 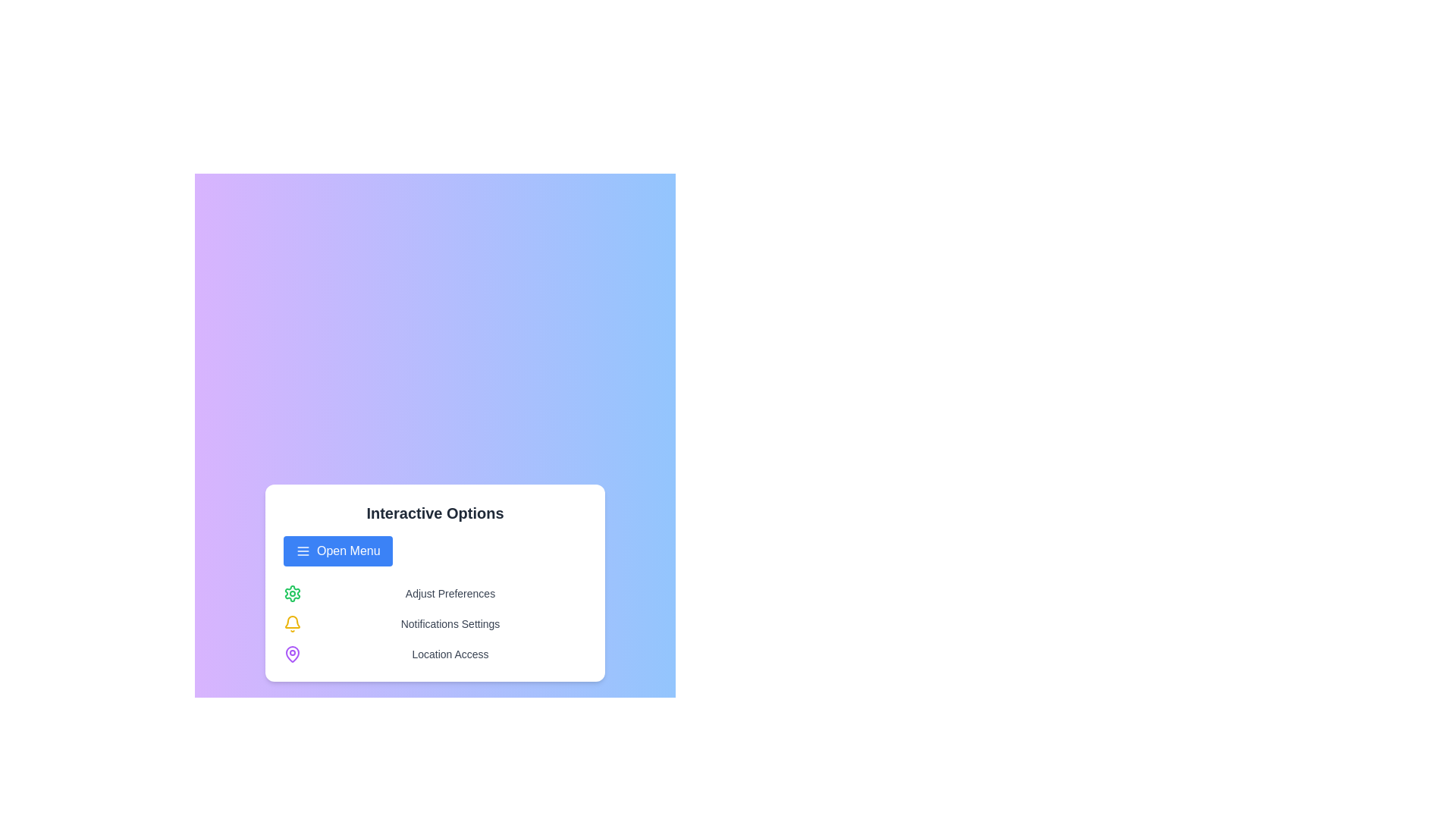 I want to click on the settings button that is the first entry in the list of preferences under 'Interactive Options', which contains an icon and text for adjusting user preferences, so click(x=435, y=593).